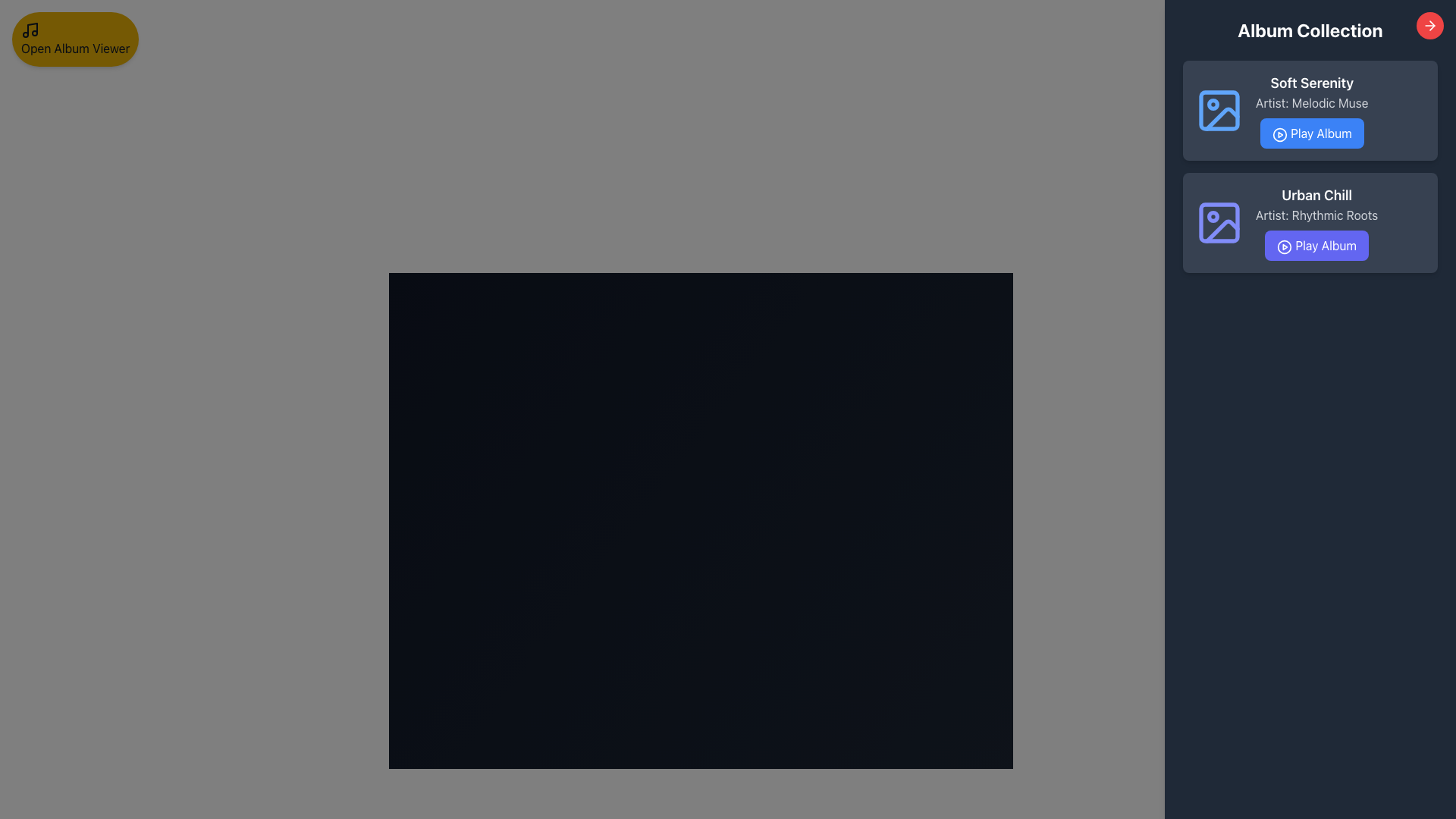 This screenshot has height=819, width=1456. Describe the element at coordinates (1316, 195) in the screenshot. I see `text label displaying 'Urban Chill' which is the title of the second album card in the album collection section` at that location.